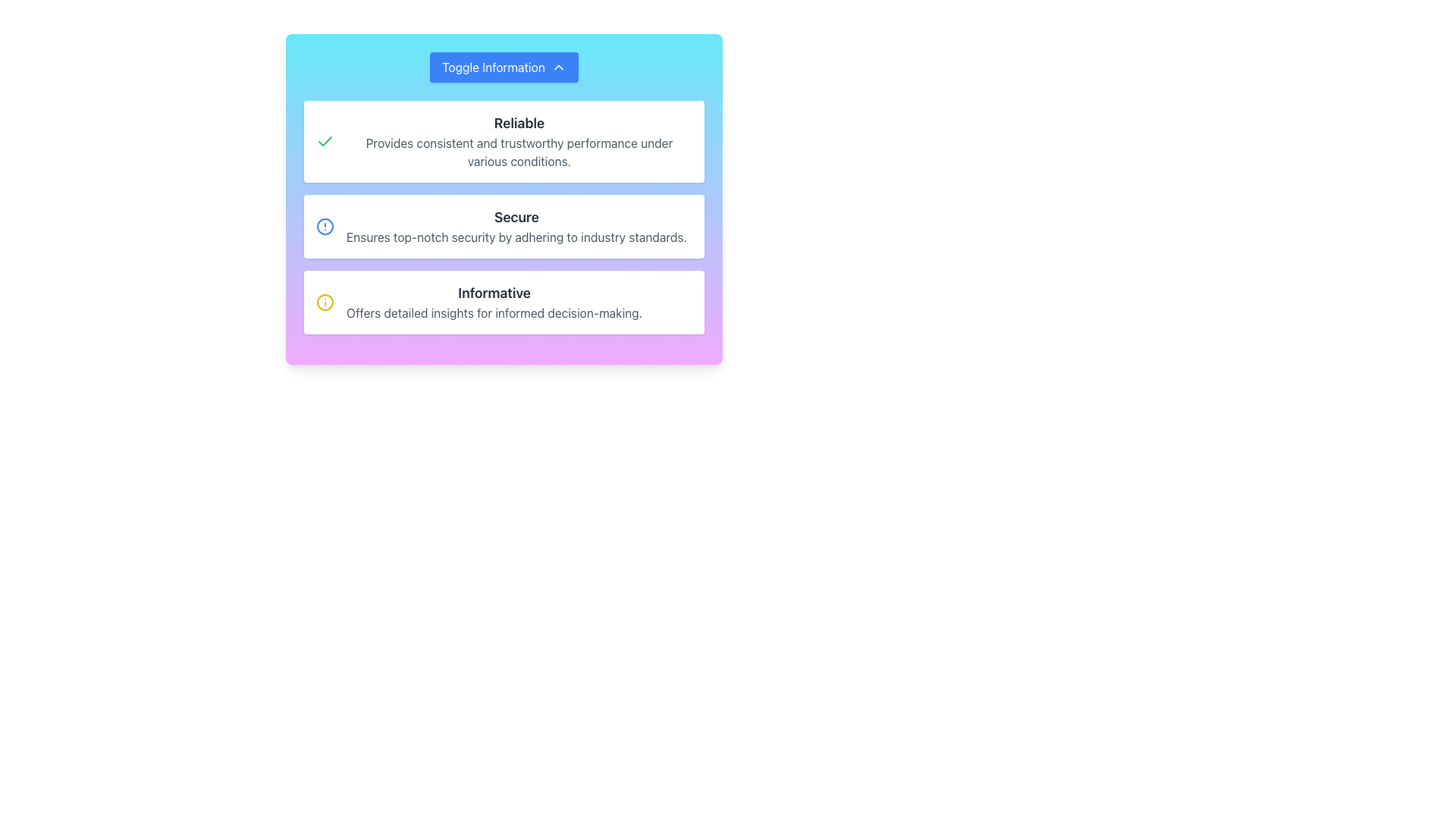 Image resolution: width=1456 pixels, height=819 pixels. What do you see at coordinates (324, 227) in the screenshot?
I see `the icon representing the theme of the text 'Secure Ensures top-notch security by adhering to industry standards.' located in the second section of a vertically stacked list` at bounding box center [324, 227].